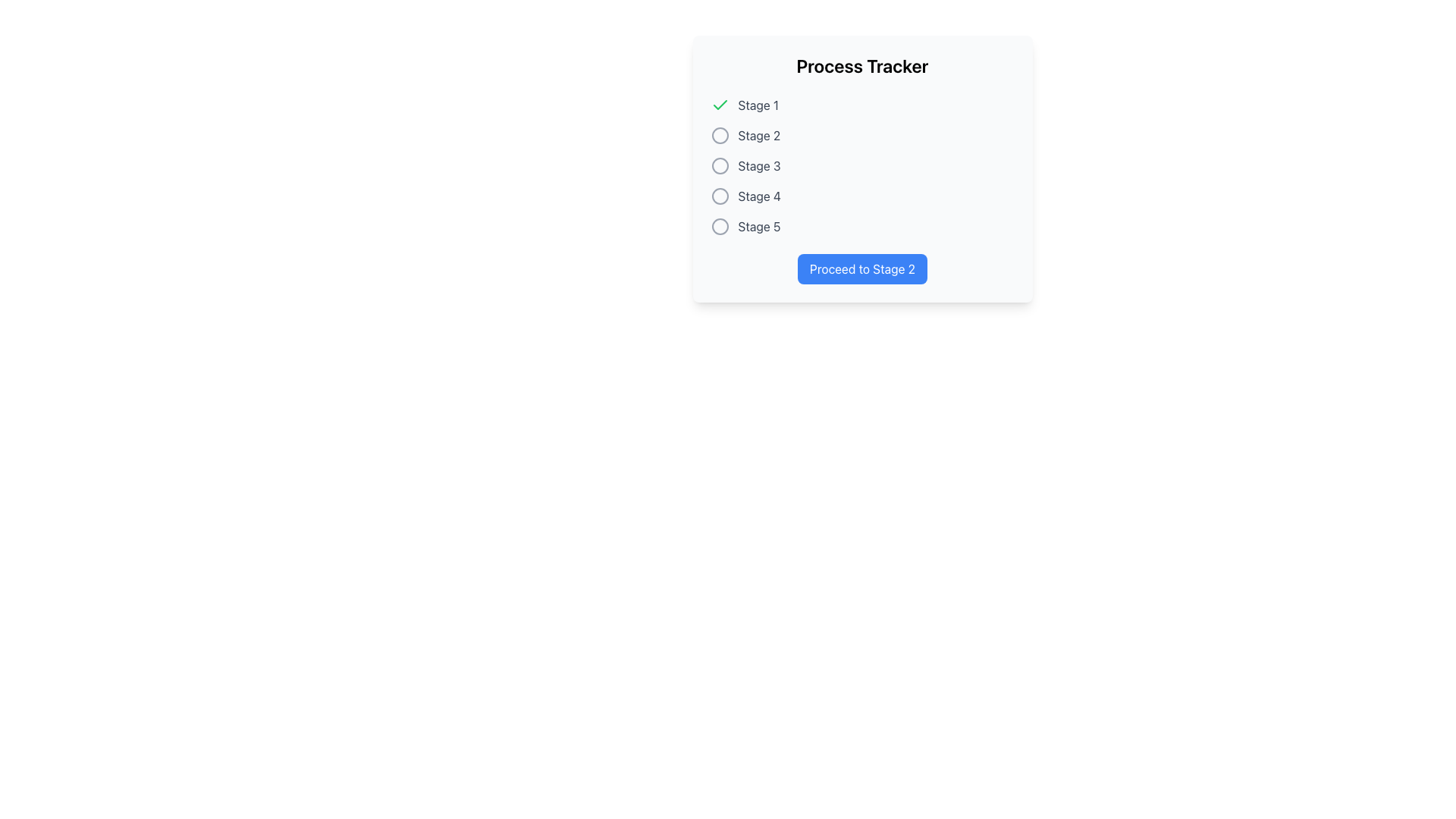 This screenshot has height=819, width=1456. What do you see at coordinates (719, 104) in the screenshot?
I see `the completed status icon for 'Stage 1' in the process tracker, which is located to the left of the text 'Stage 1'` at bounding box center [719, 104].